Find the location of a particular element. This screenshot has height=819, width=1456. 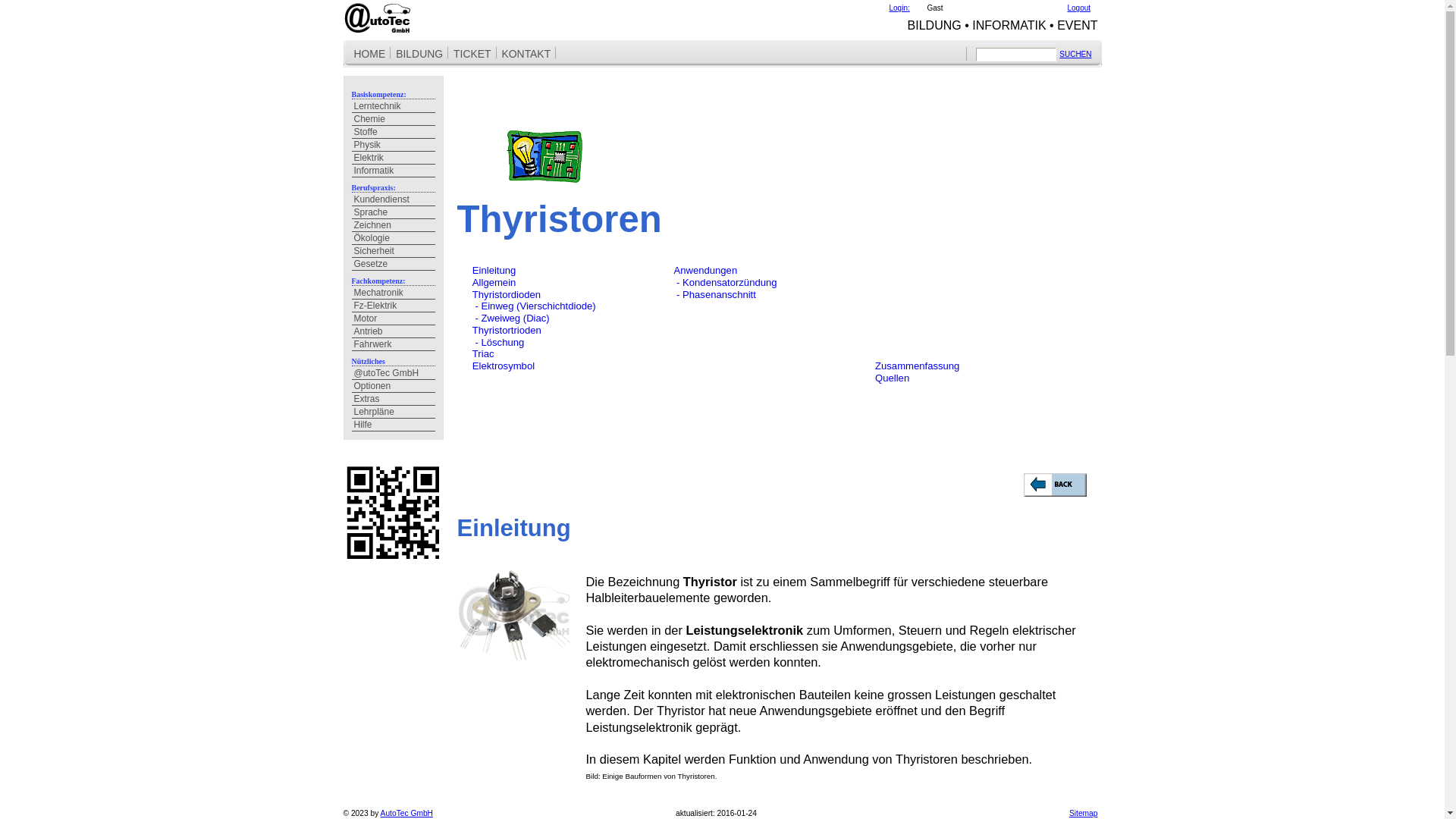

'Thyristortrioden' is located at coordinates (472, 329).